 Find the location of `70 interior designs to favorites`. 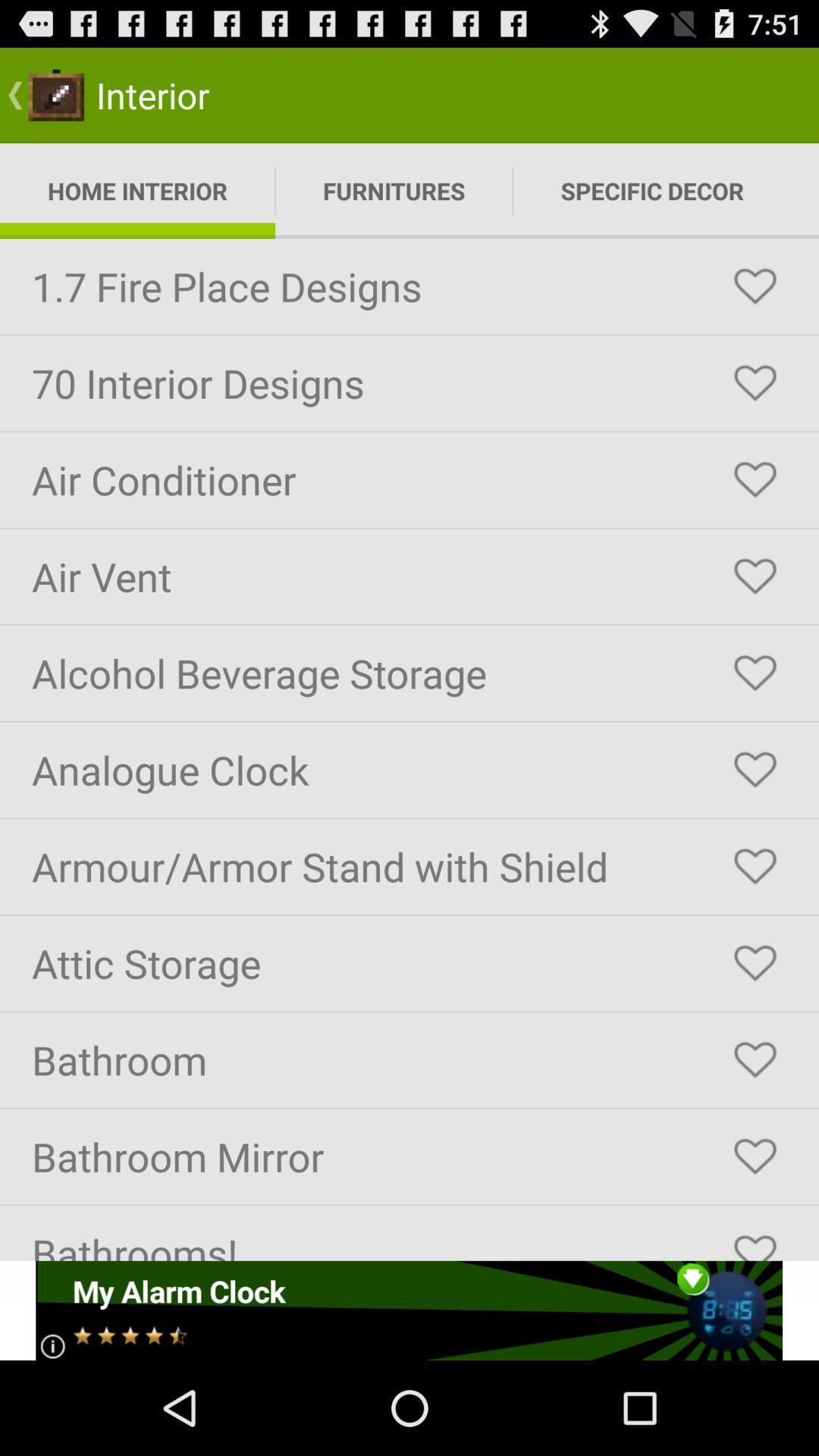

70 interior designs to favorites is located at coordinates (755, 383).